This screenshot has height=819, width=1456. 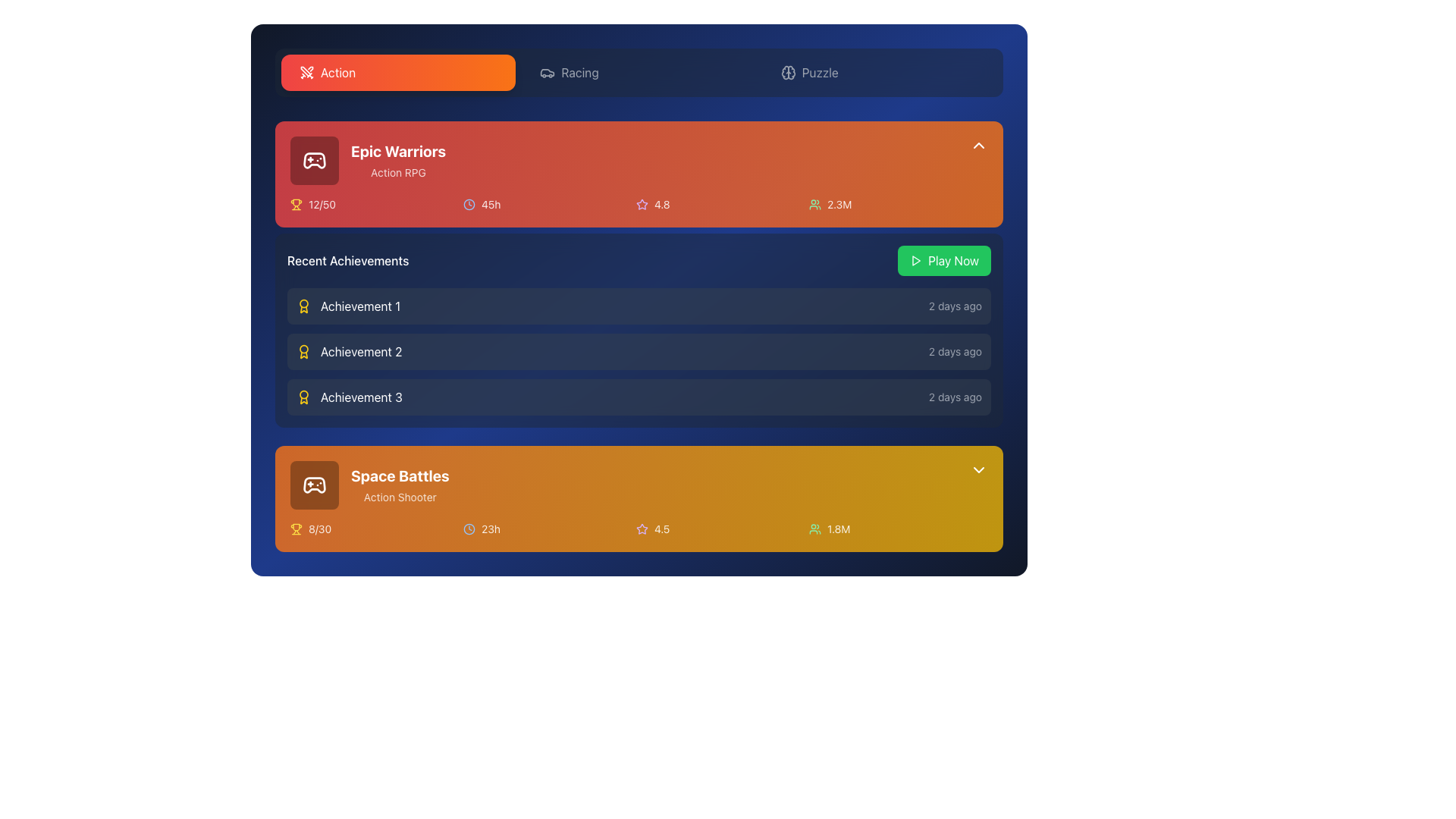 What do you see at coordinates (642, 205) in the screenshot?
I see `the star icon` at bounding box center [642, 205].